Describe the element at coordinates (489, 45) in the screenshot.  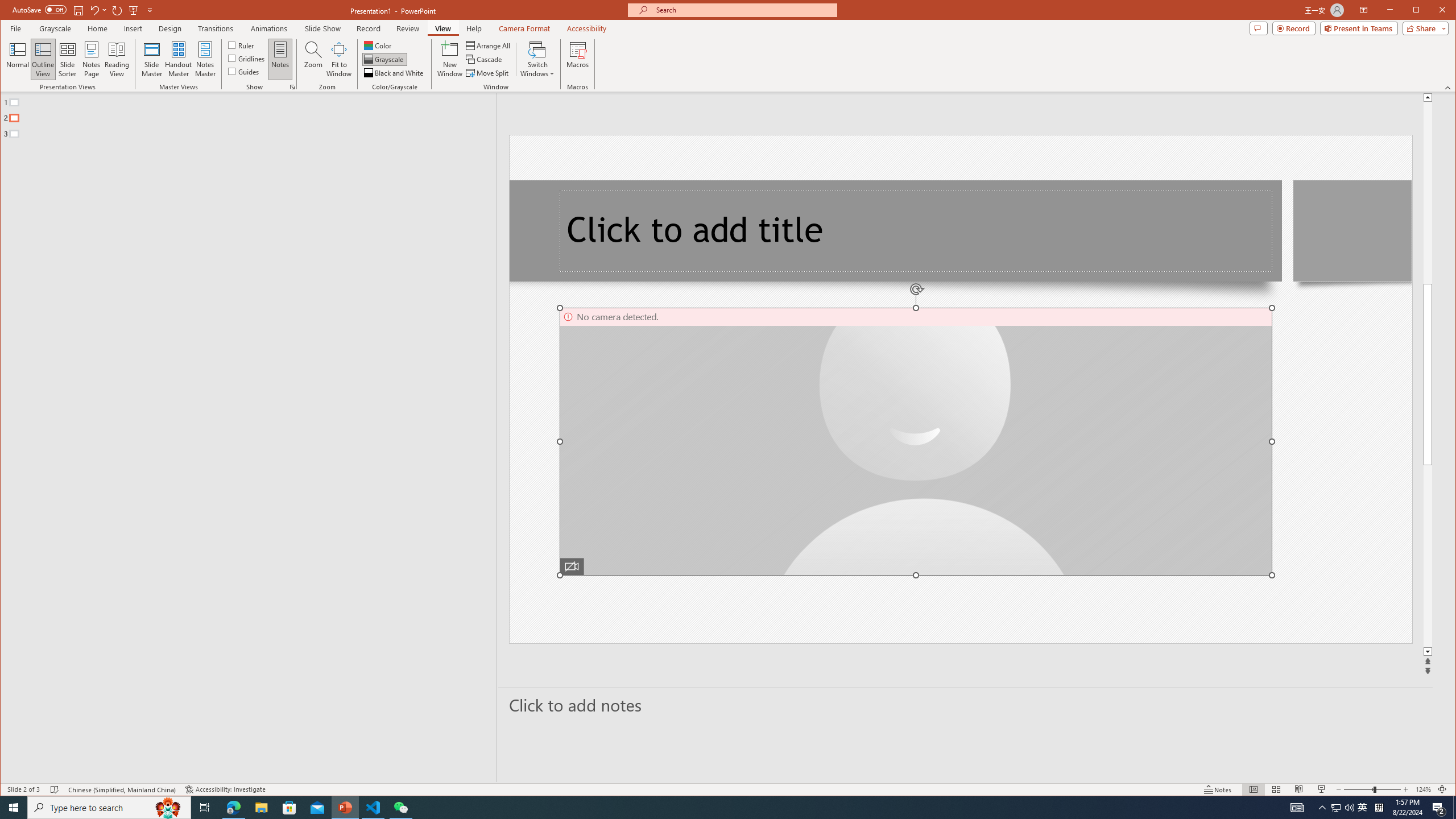
I see `'Arrange All'` at that location.